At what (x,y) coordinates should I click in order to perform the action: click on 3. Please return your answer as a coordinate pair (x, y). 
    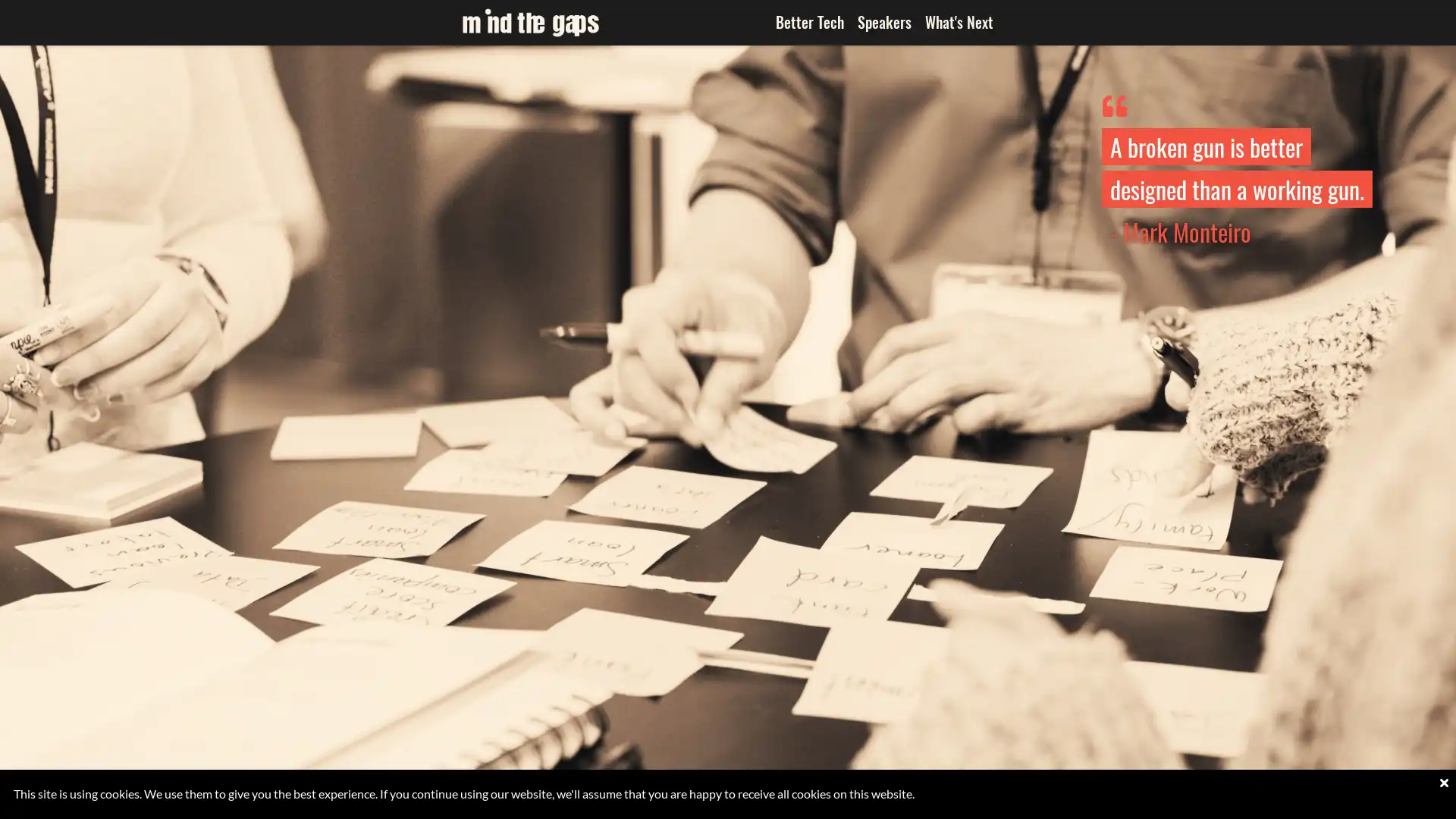
    Looking at the image, I should click on (728, 802).